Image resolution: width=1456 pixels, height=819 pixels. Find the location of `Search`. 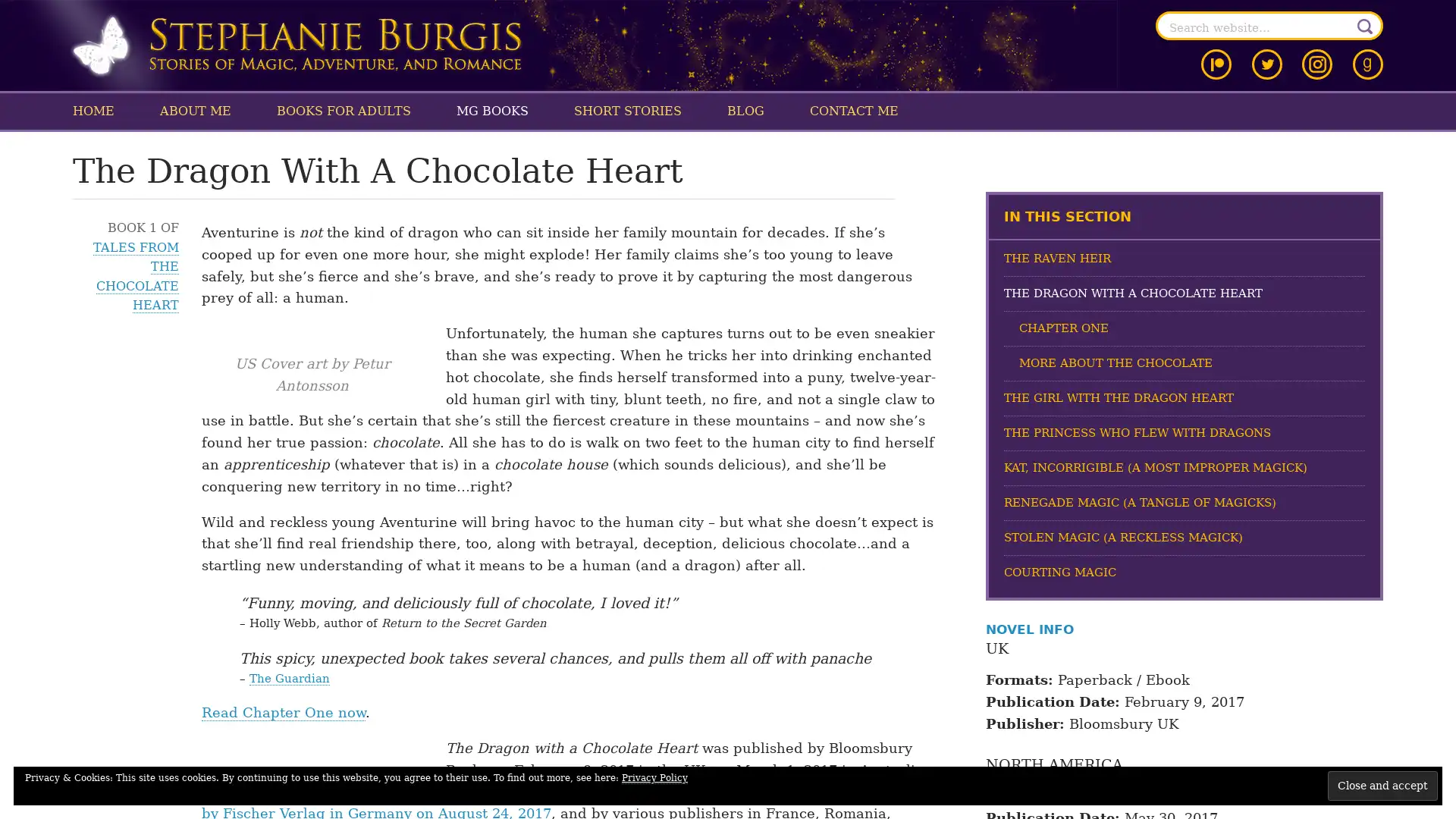

Search is located at coordinates (1365, 26).